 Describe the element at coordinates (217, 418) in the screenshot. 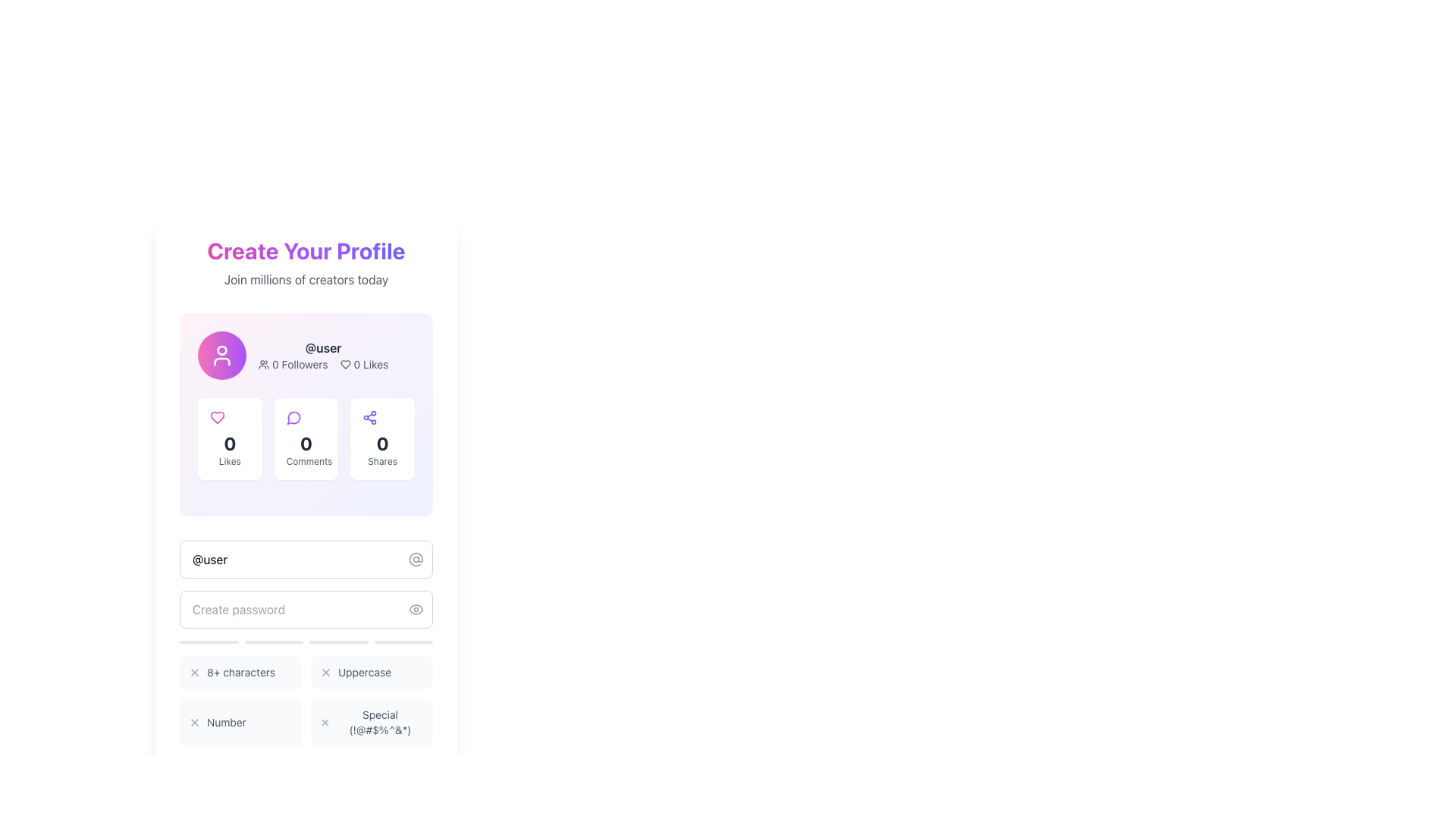

I see `the heart icon` at that location.